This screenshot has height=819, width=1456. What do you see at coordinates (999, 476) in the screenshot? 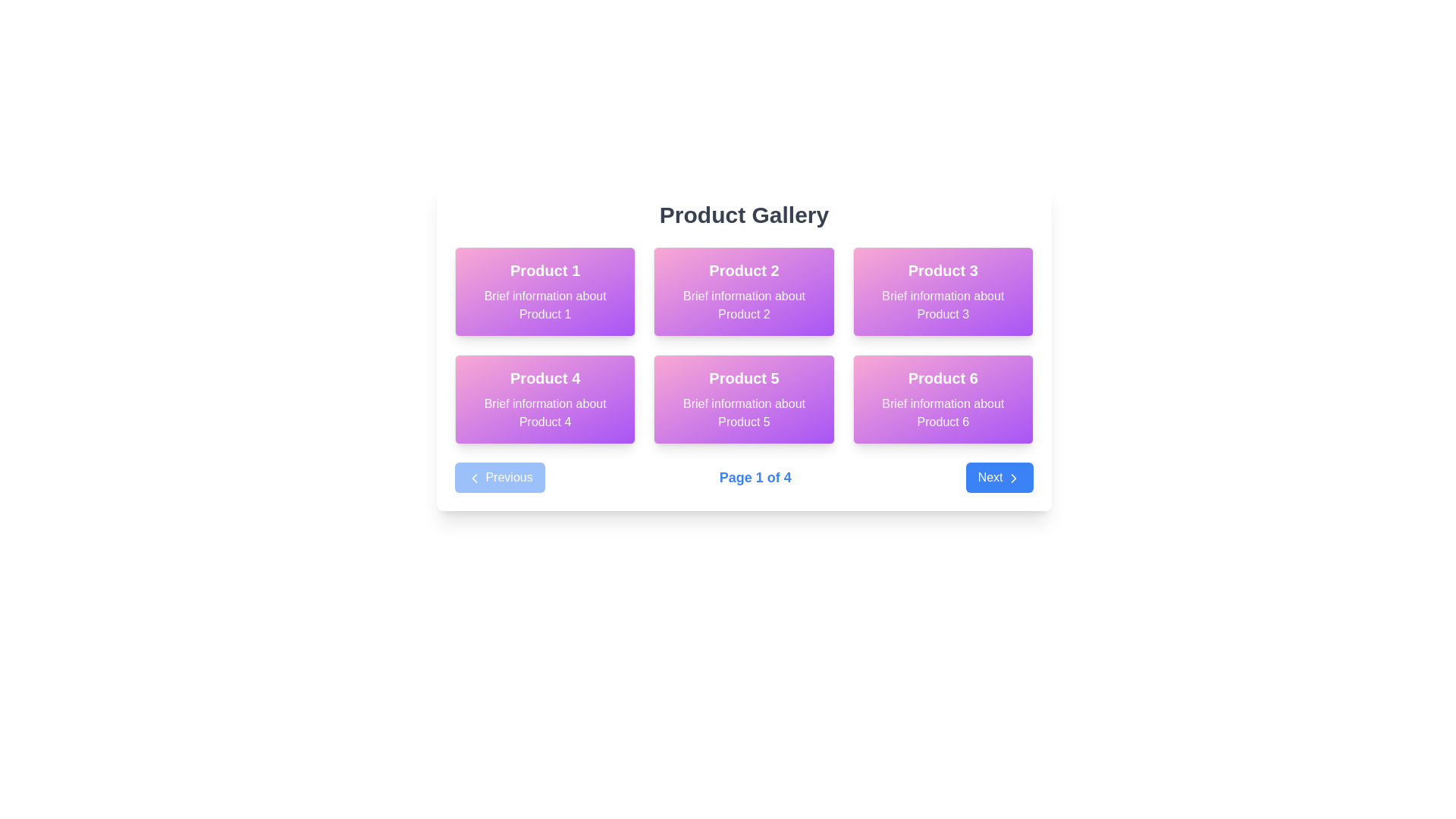
I see `the blue 'Next' button with rounded corners and white text` at bounding box center [999, 476].